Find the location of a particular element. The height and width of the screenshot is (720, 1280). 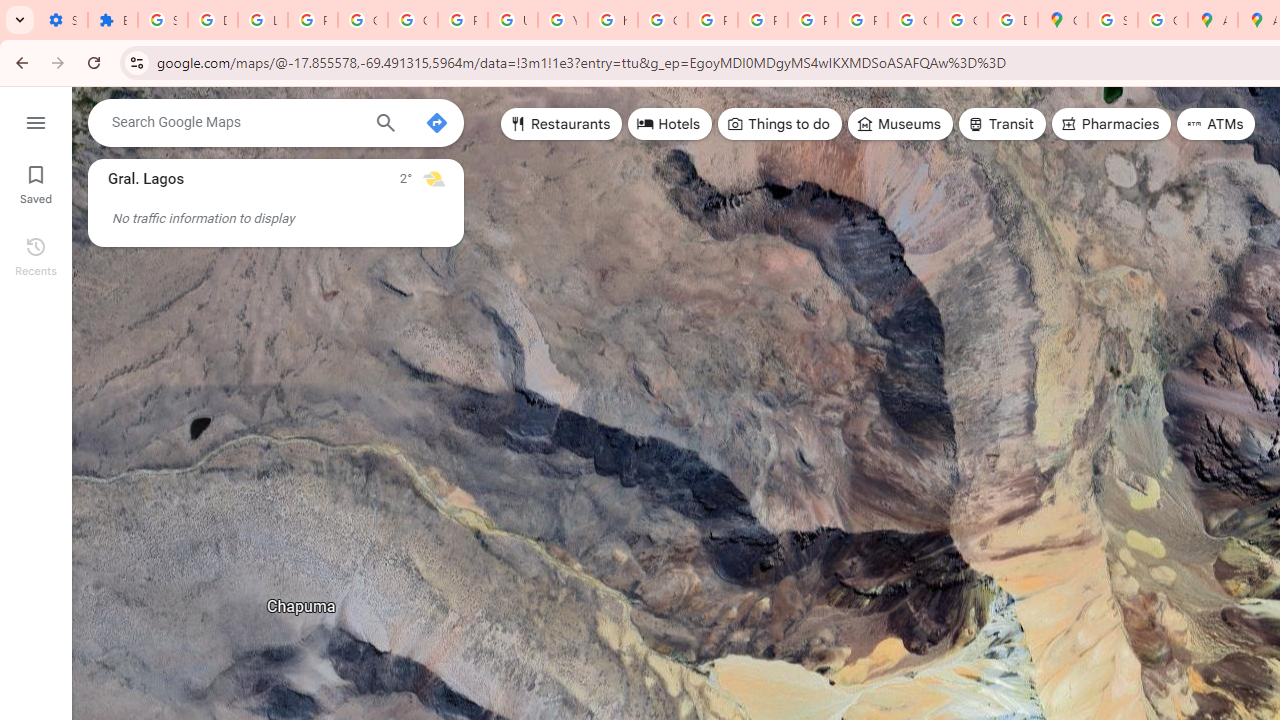

'ATMs' is located at coordinates (1215, 124).